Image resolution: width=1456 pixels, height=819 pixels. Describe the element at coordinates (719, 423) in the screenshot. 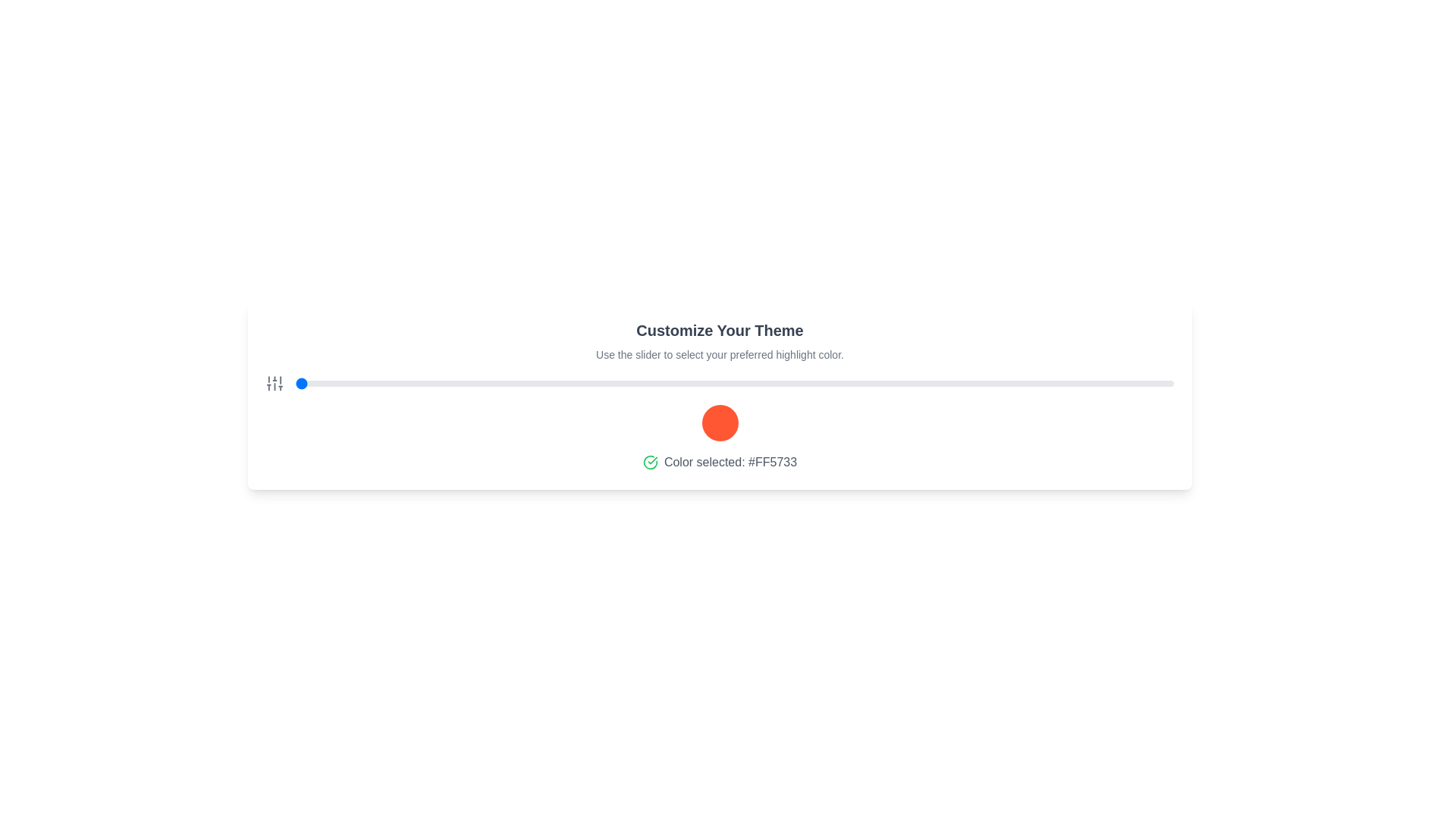

I see `the Color Preview Circle, which is a circular element with a diameter of 48 pixels and filled with the color rgb(255, 87, 51), located in the 'Customize Your Theme' section` at that location.